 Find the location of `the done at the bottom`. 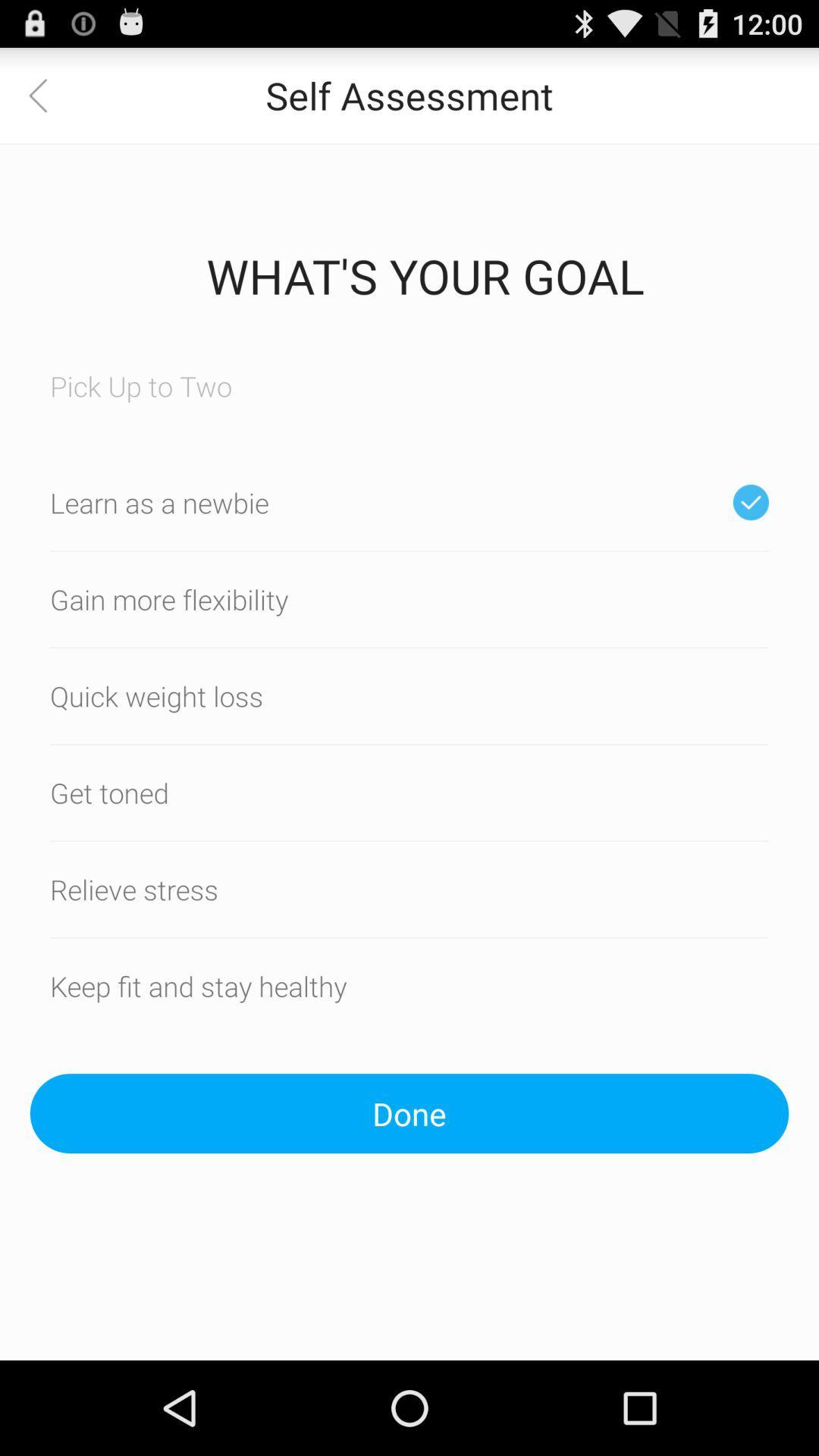

the done at the bottom is located at coordinates (409, 1113).